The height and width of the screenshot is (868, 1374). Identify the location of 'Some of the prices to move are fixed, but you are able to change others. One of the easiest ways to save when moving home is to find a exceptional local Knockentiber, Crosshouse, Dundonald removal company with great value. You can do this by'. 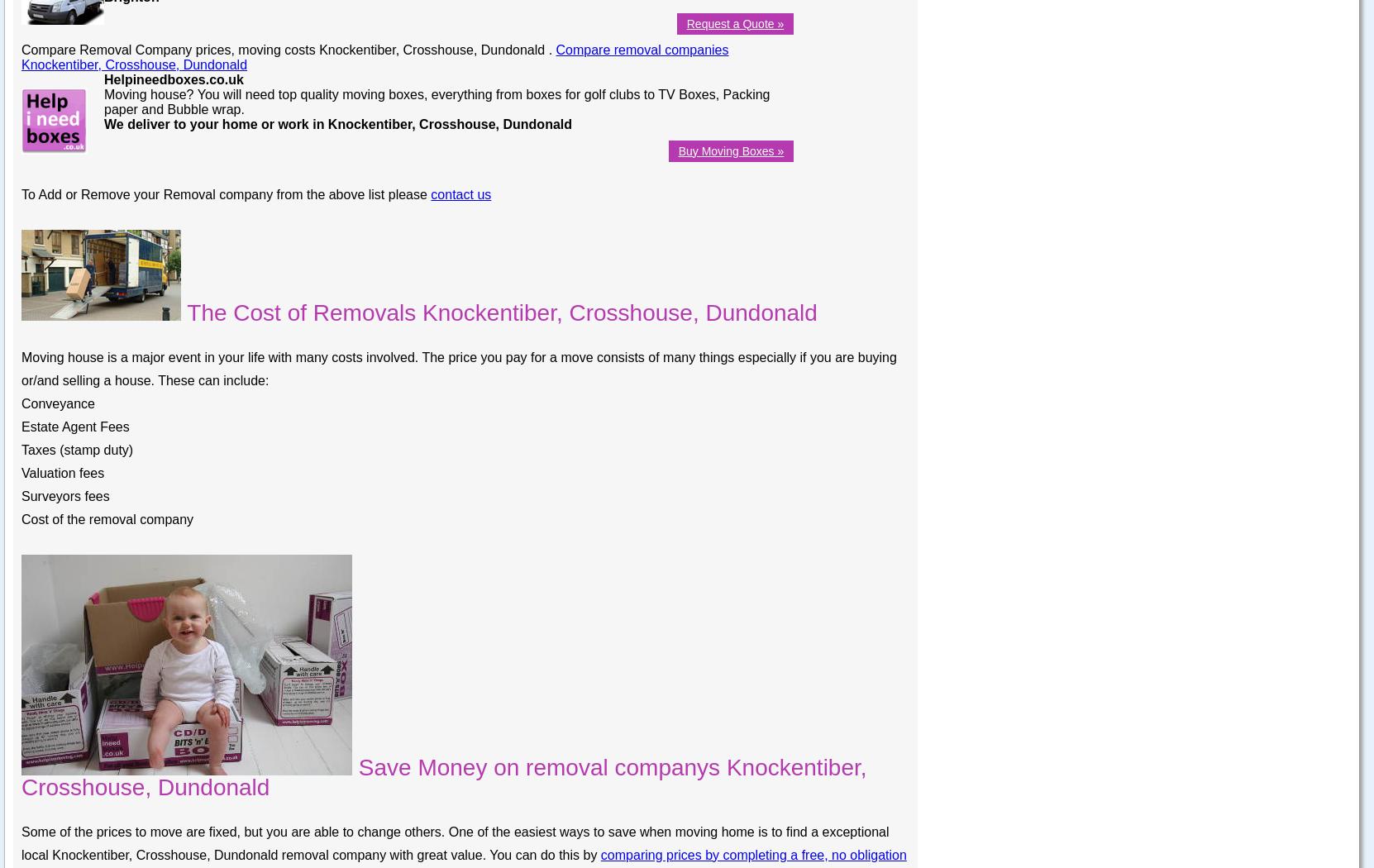
(454, 842).